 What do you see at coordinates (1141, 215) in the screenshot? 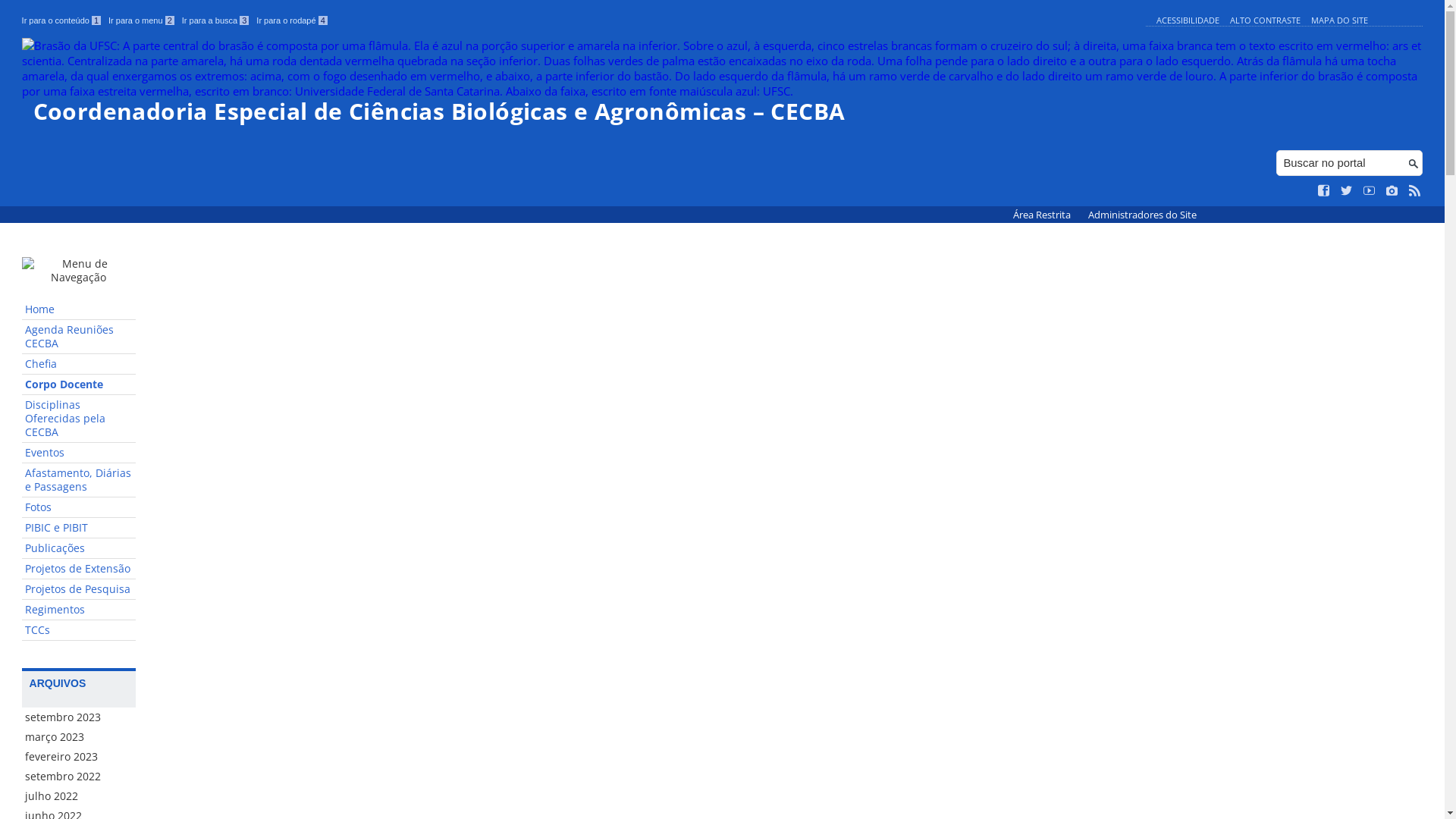
I see `'Administradores do Site'` at bounding box center [1141, 215].